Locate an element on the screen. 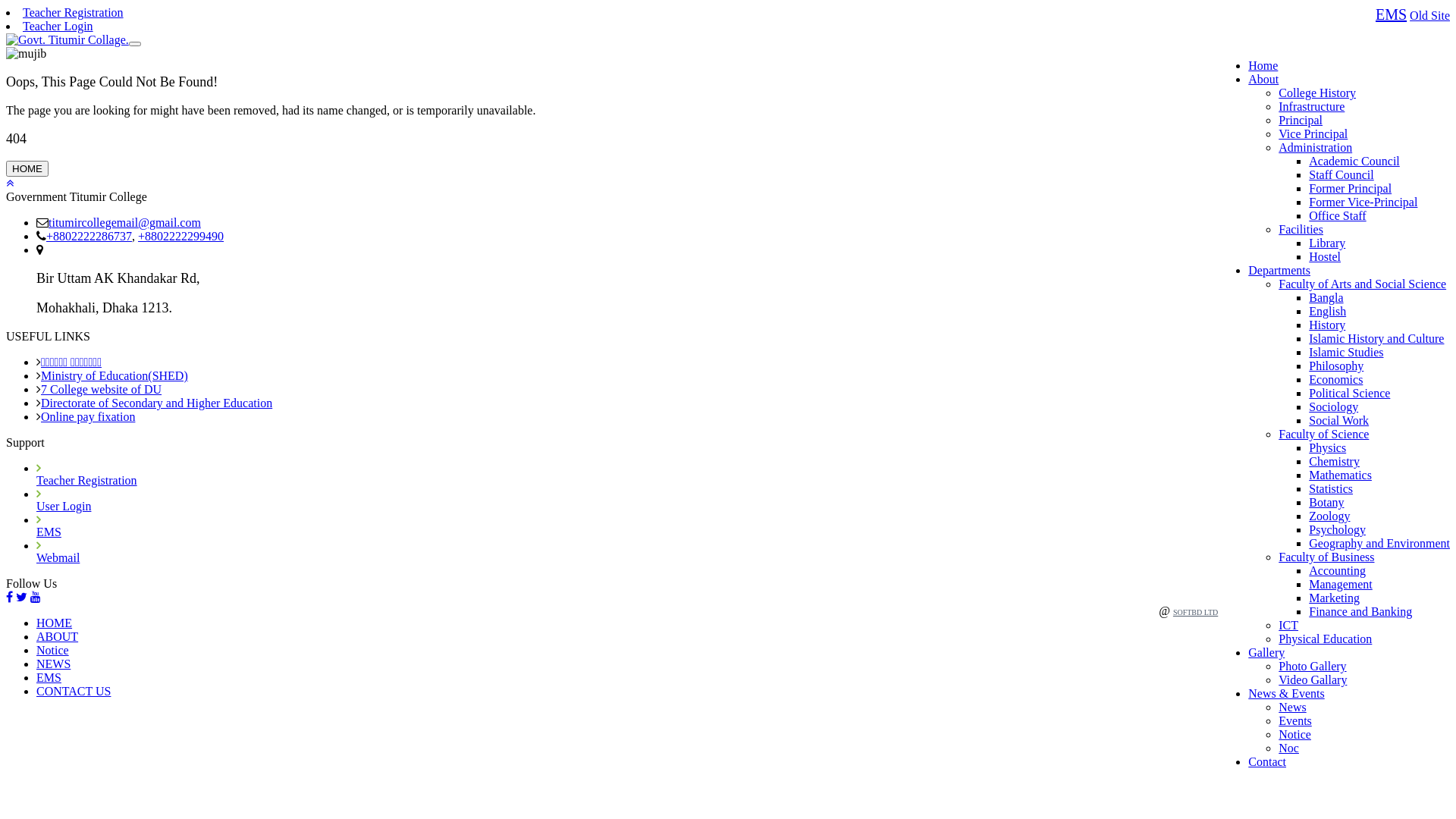 Image resolution: width=1456 pixels, height=819 pixels. 'Noc' is located at coordinates (1288, 747).